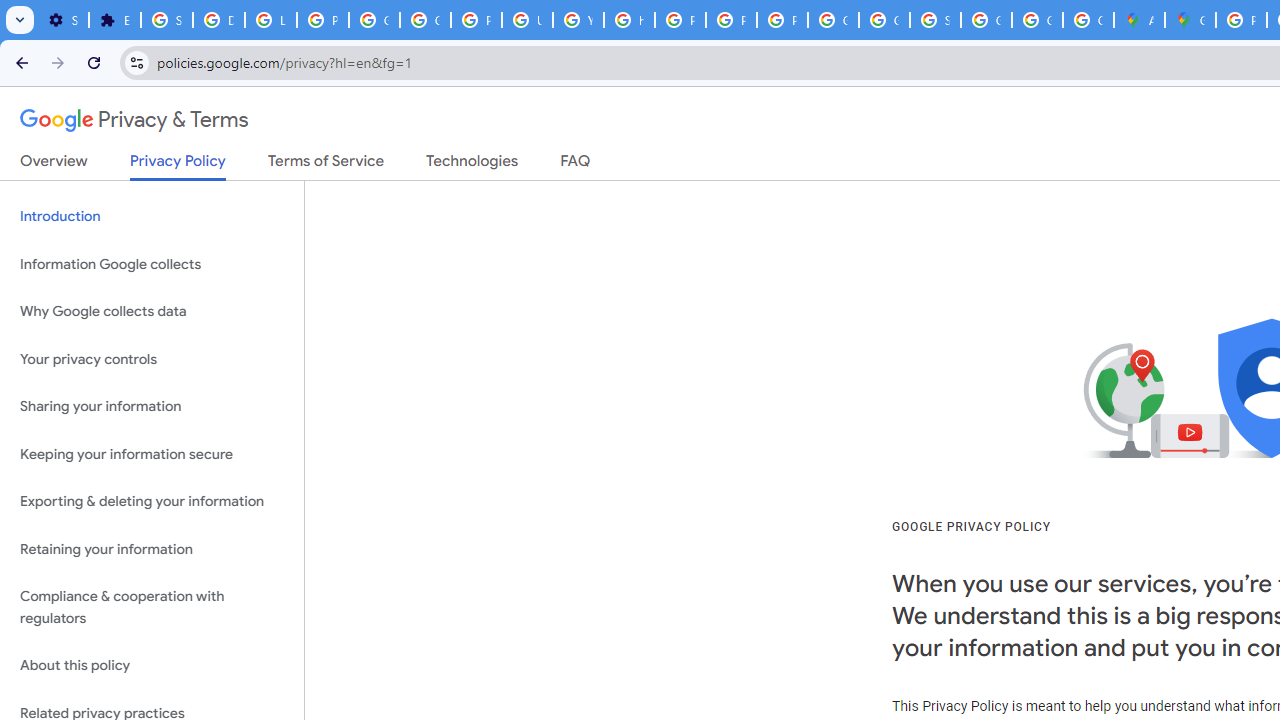 This screenshot has width=1280, height=720. I want to click on 'Overview', so click(54, 164).